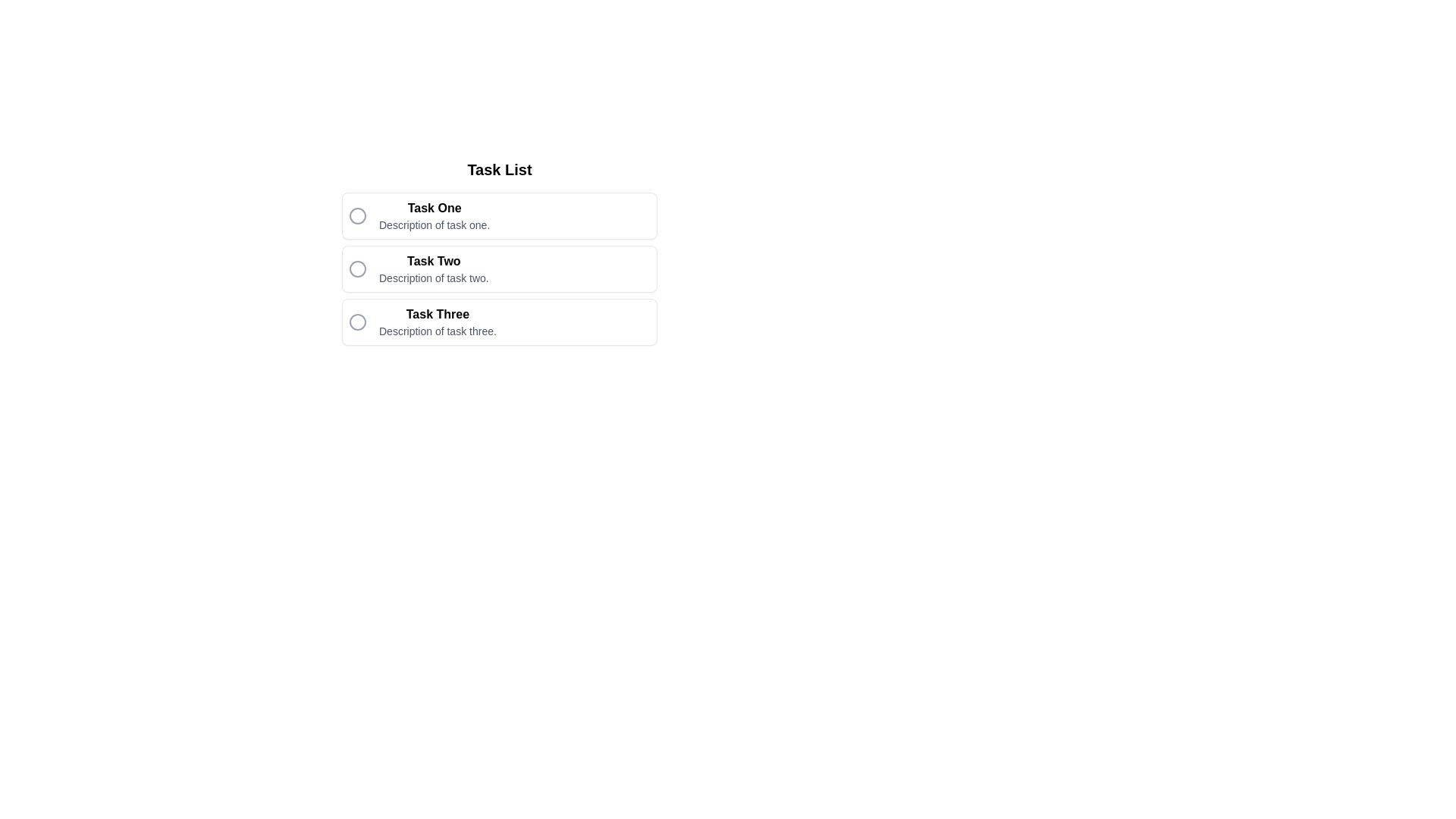  I want to click on descriptive text labeled 'Task One' located in the topmost card of the task list, which is positioned below the 'Task List' heading and accompanied by a circular input icon, so click(434, 216).